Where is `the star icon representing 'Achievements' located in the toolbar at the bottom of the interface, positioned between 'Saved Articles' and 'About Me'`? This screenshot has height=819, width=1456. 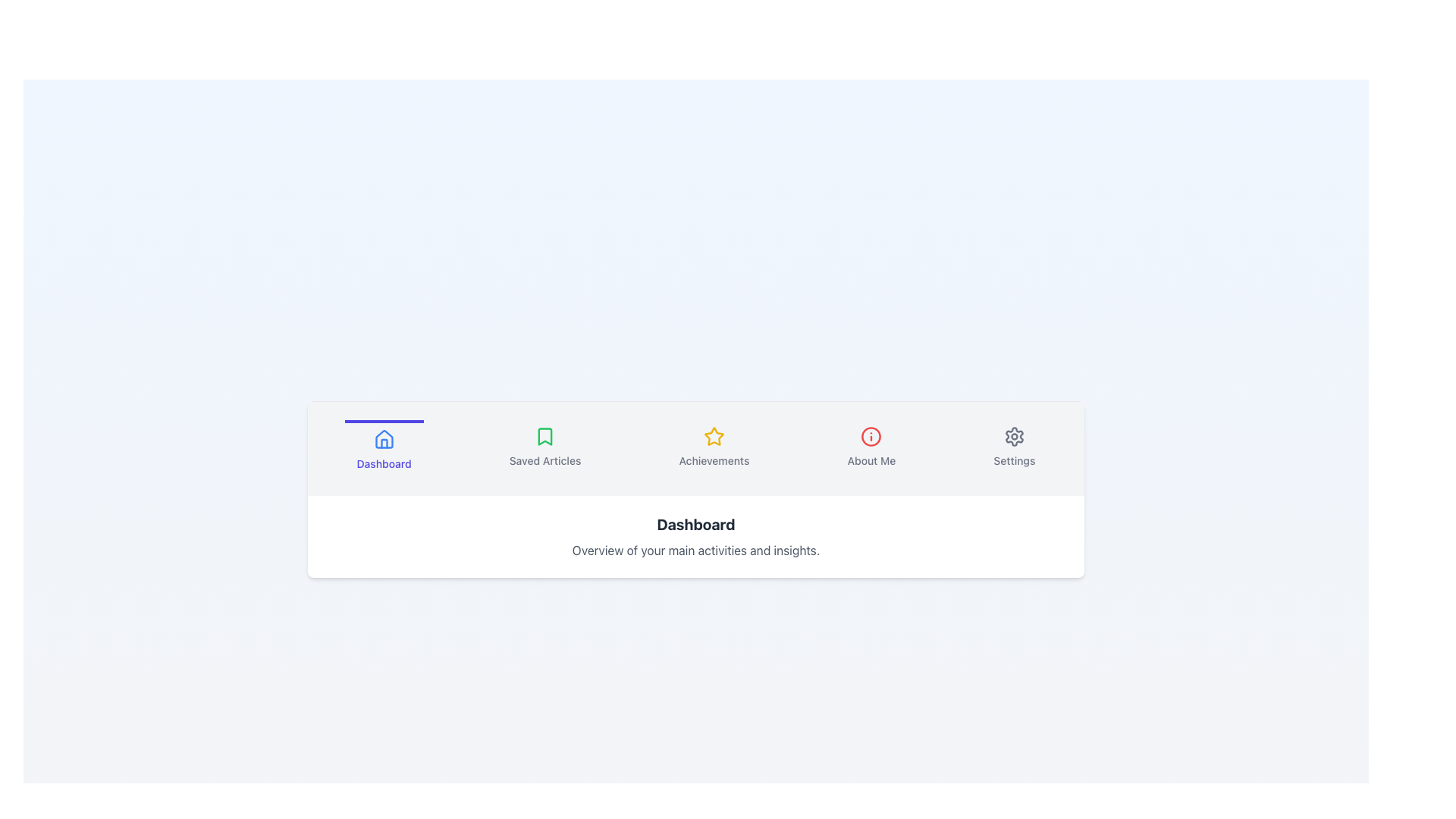
the star icon representing 'Achievements' located in the toolbar at the bottom of the interface, positioned between 'Saved Articles' and 'About Me' is located at coordinates (713, 436).